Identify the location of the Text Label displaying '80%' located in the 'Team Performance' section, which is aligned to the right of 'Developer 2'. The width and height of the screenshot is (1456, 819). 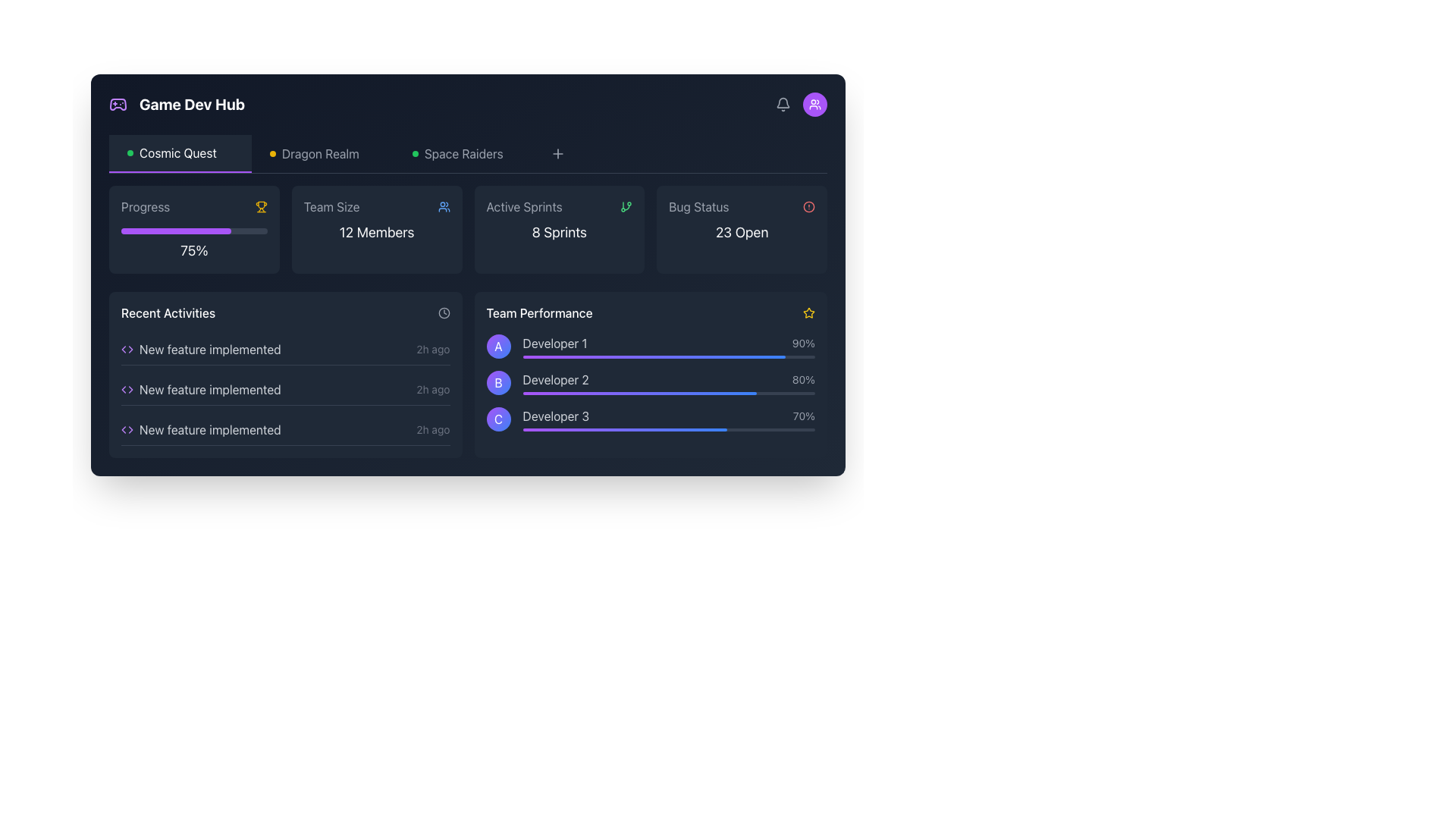
(802, 379).